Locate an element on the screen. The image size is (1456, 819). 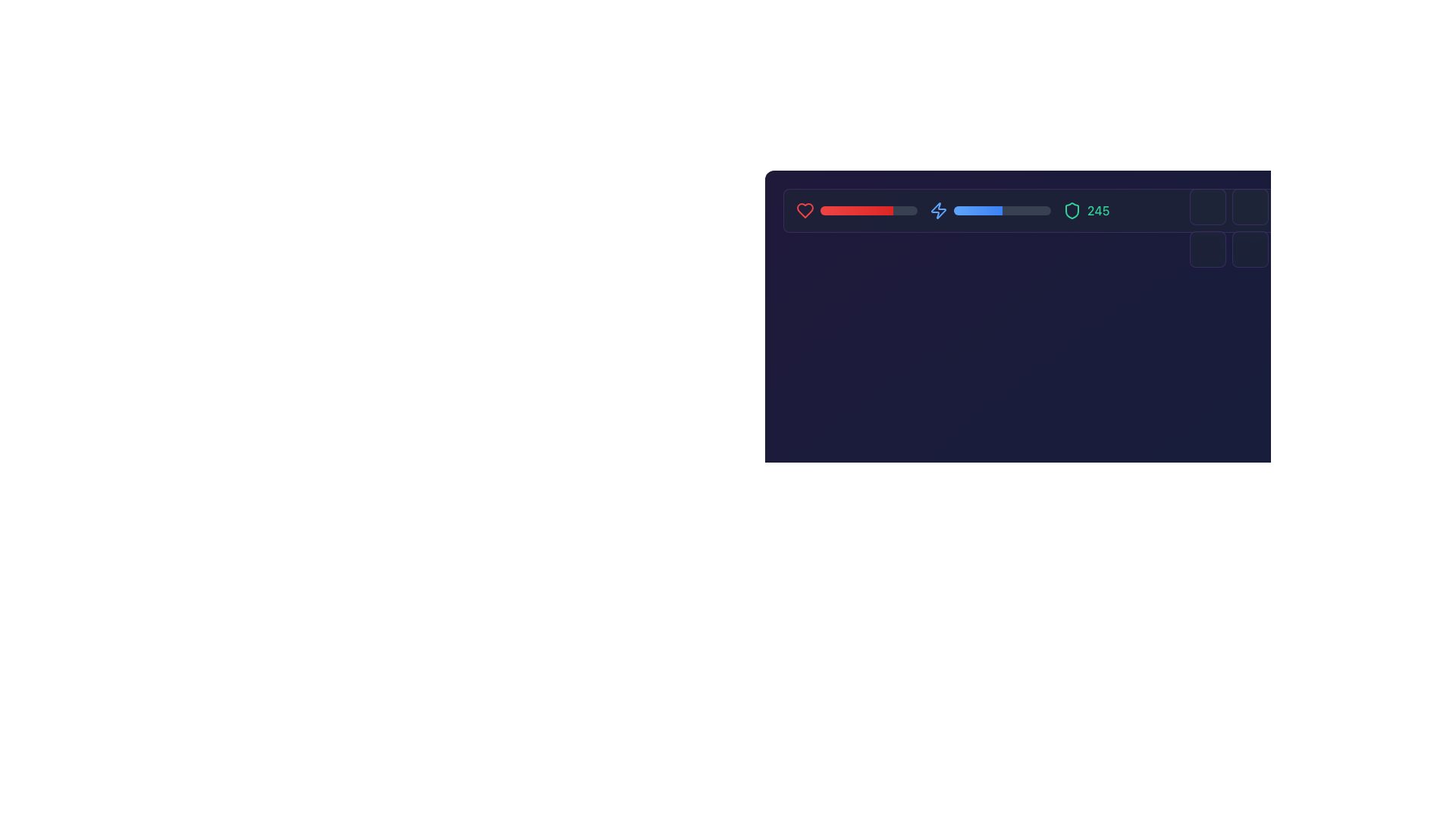
the Progress Indicator Segment located within the energy or resource progress bar in the upper section of the interface is located at coordinates (978, 210).